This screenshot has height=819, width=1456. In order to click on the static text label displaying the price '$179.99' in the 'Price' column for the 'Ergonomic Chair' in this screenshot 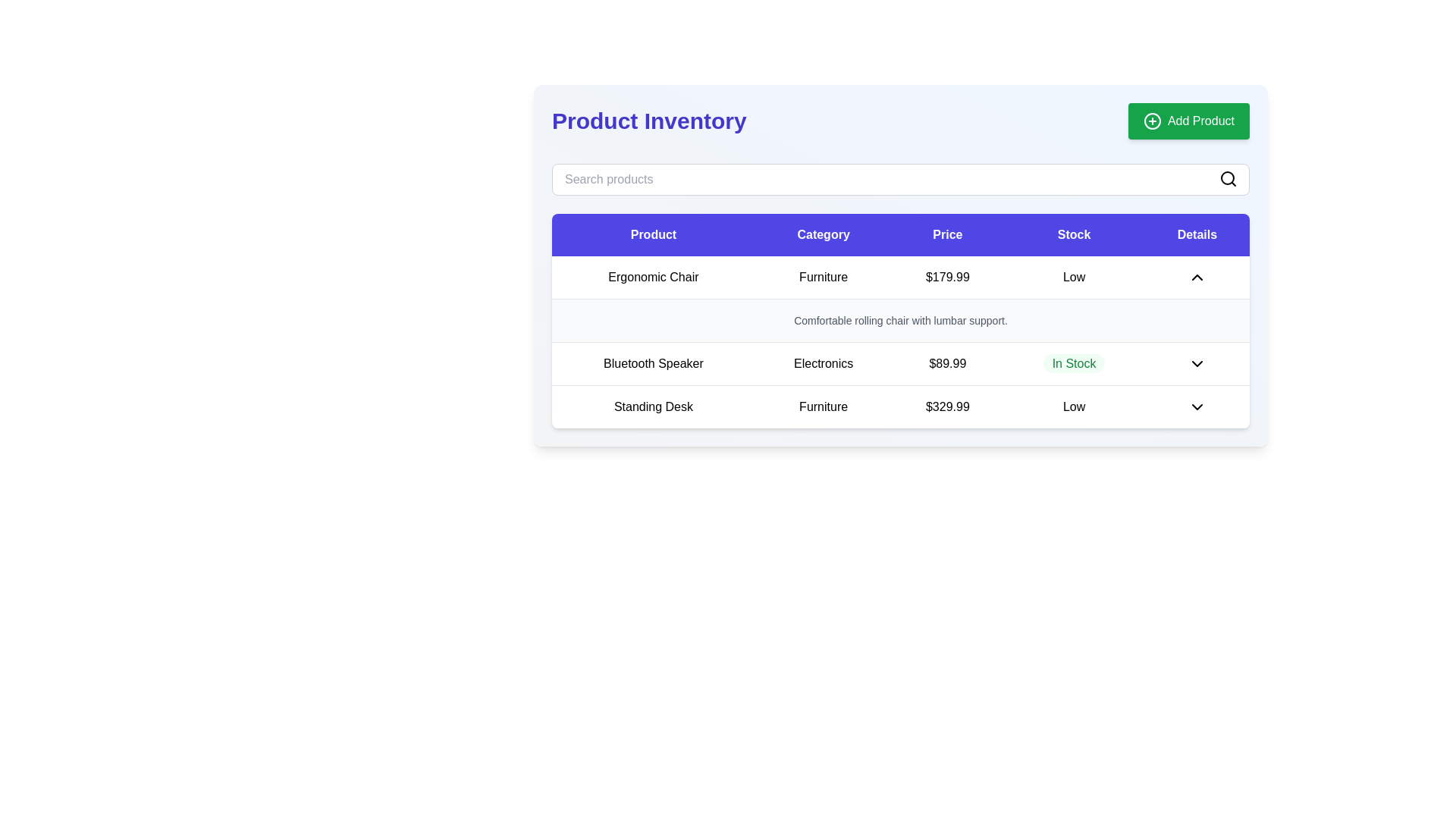, I will do `click(946, 278)`.